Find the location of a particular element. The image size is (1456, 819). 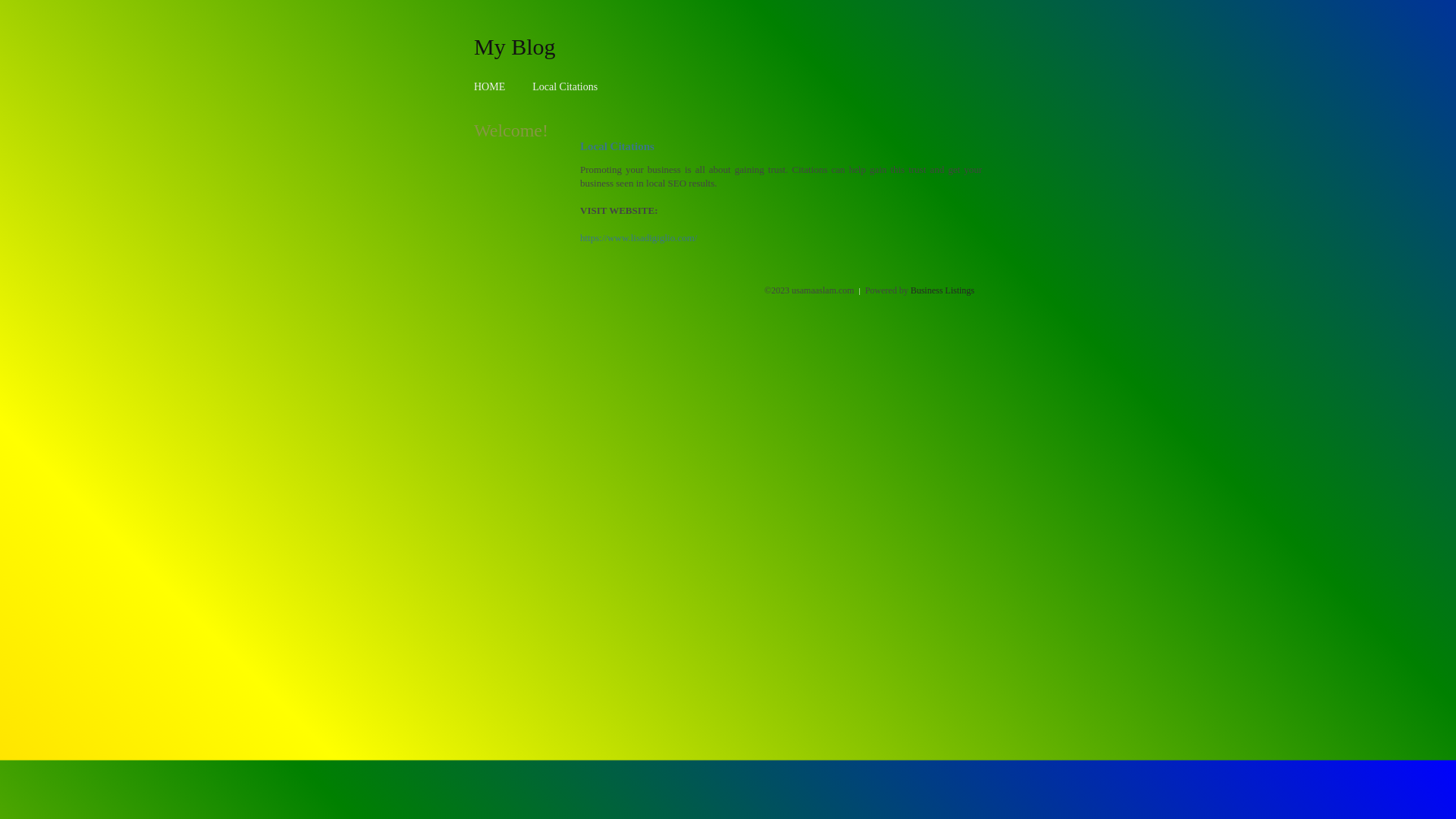

'My Blog' is located at coordinates (514, 45).